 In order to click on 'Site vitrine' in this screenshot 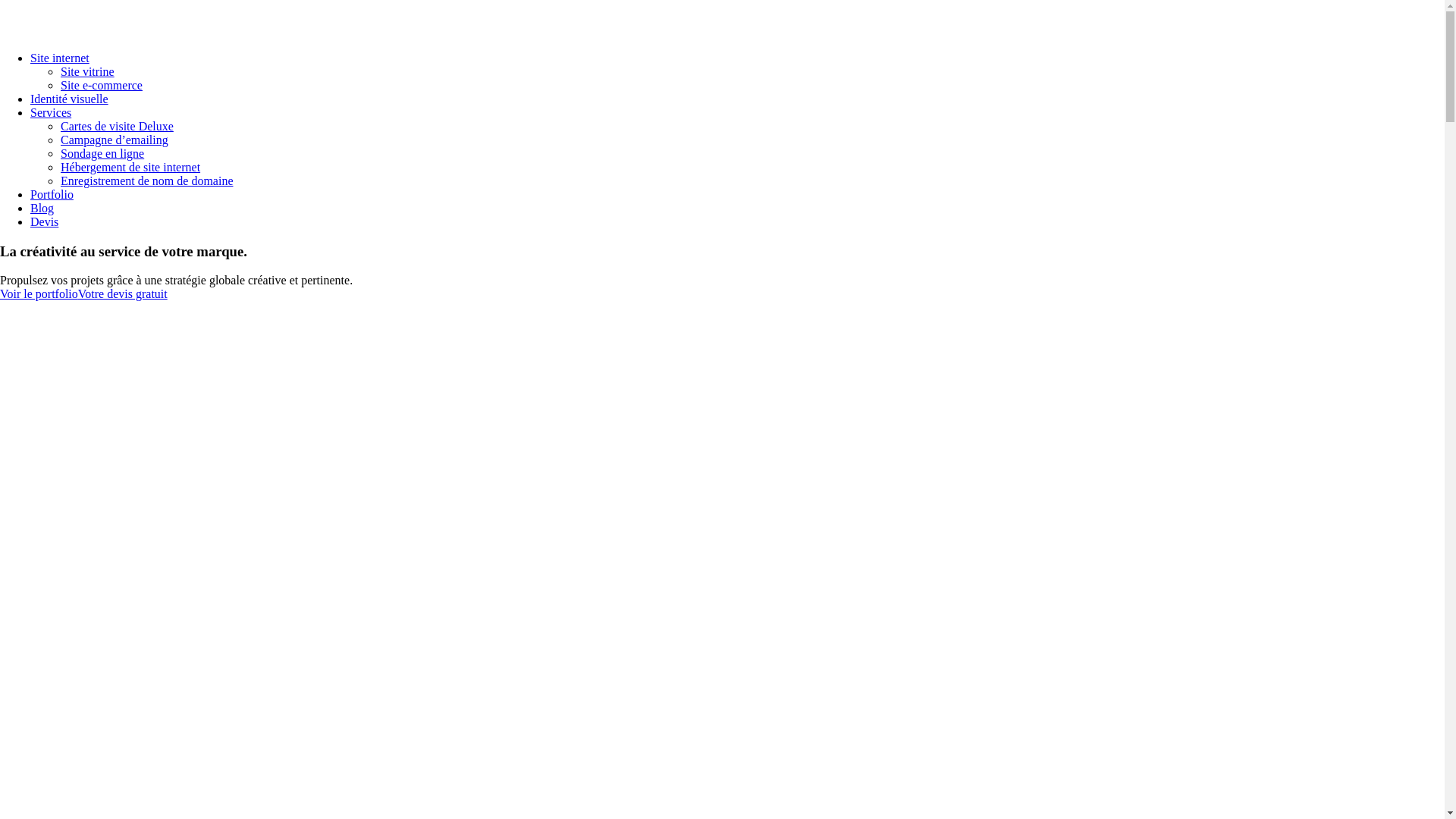, I will do `click(86, 71)`.